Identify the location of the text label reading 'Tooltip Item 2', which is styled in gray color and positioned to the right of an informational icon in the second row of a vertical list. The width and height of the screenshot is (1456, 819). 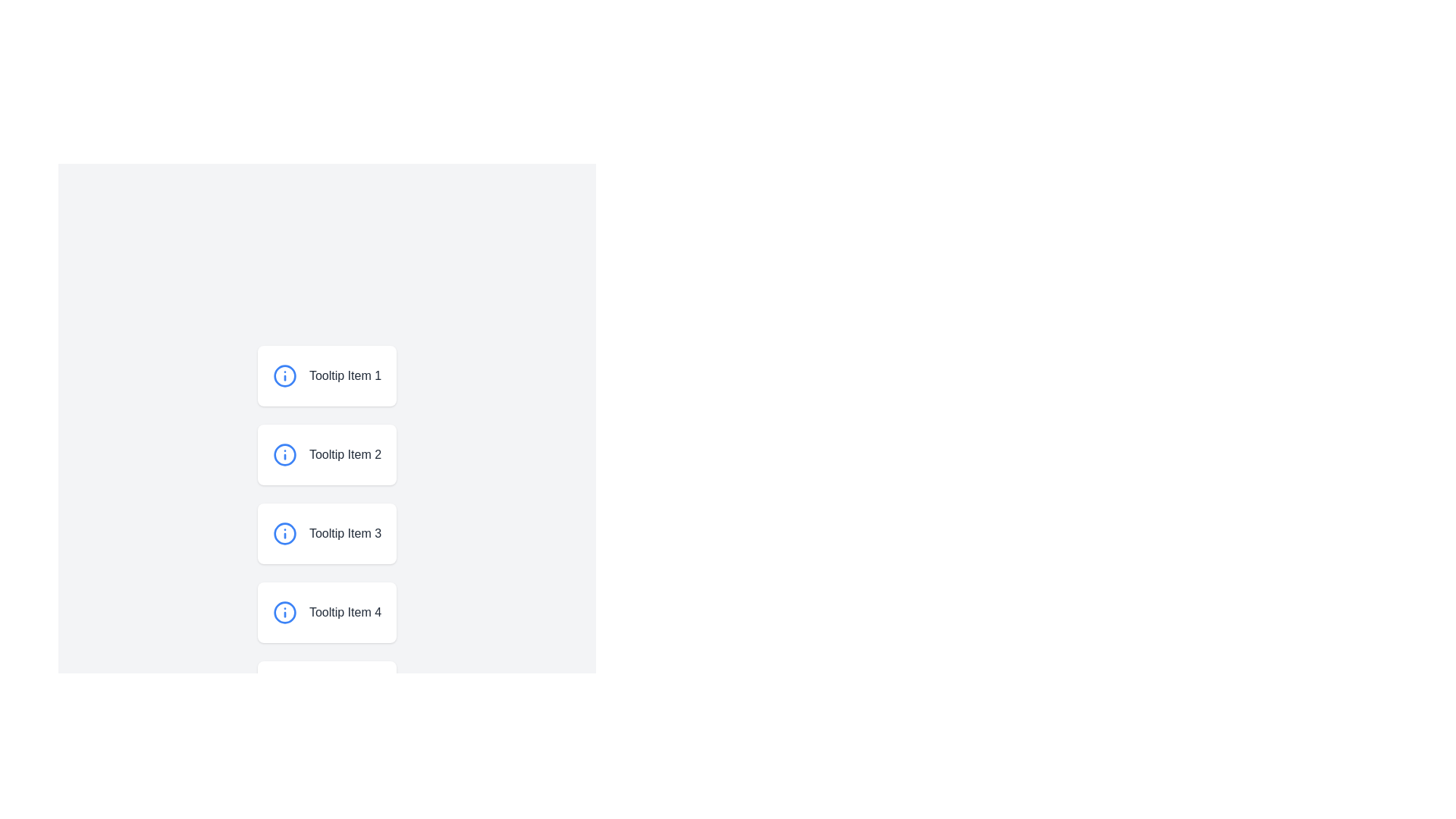
(338, 454).